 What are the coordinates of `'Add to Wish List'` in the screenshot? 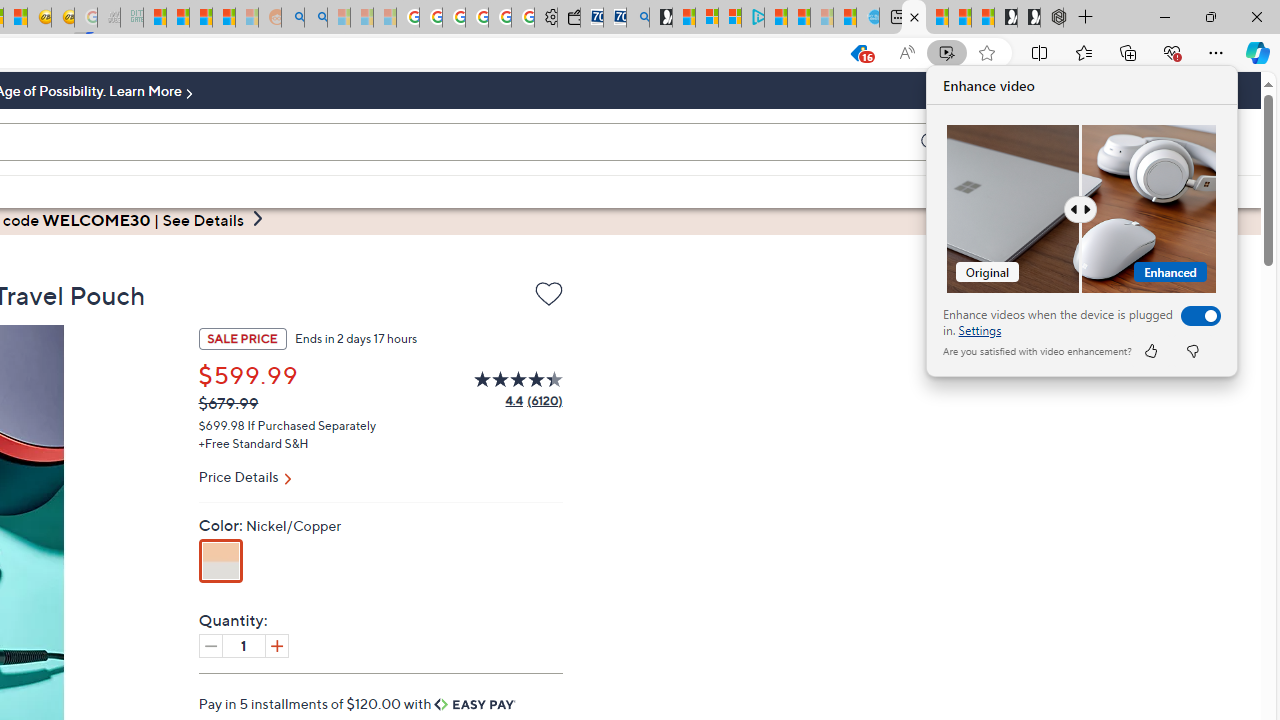 It's located at (548, 297).